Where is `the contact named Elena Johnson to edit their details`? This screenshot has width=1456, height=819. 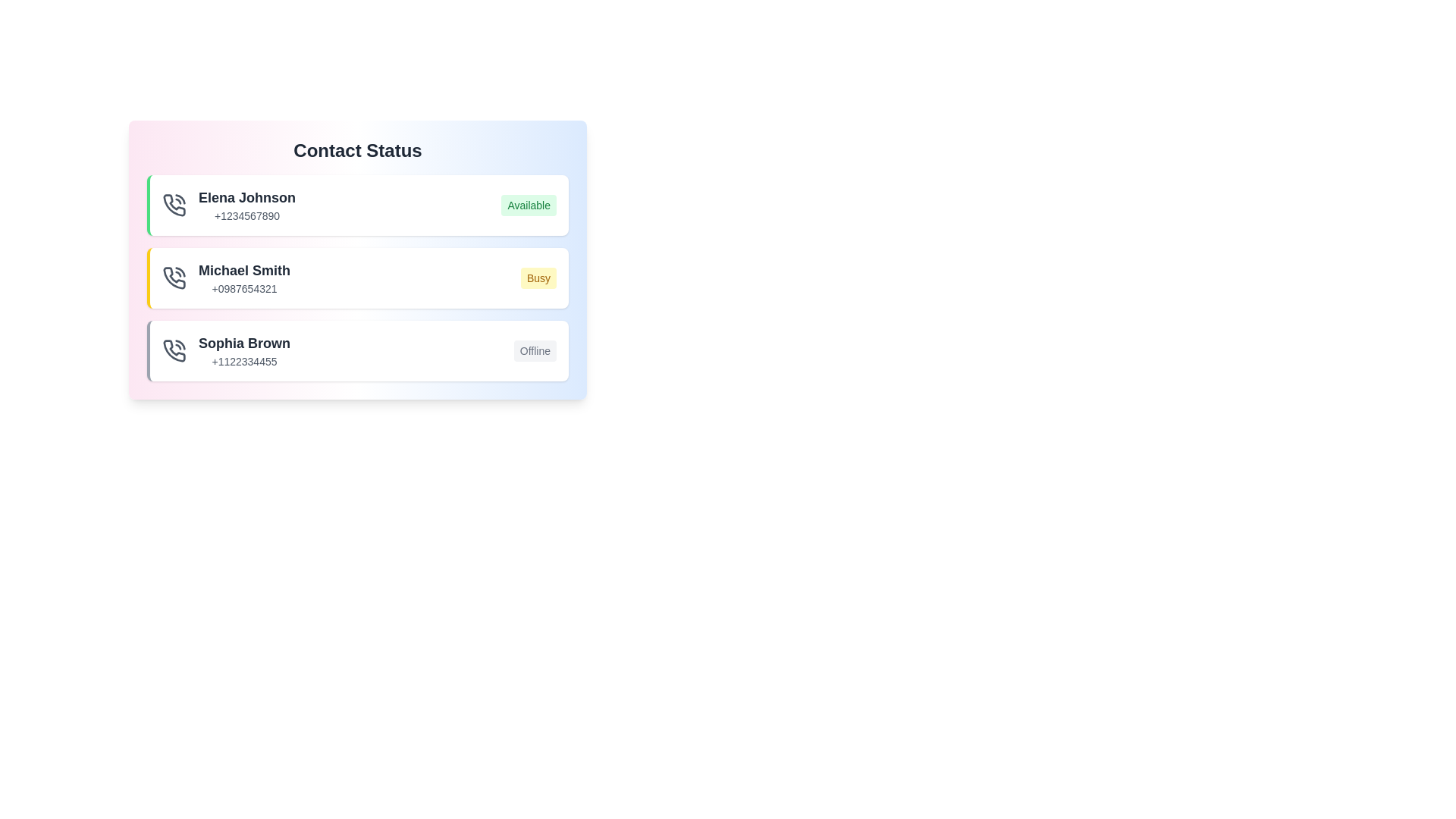
the contact named Elena Johnson to edit their details is located at coordinates (356, 205).